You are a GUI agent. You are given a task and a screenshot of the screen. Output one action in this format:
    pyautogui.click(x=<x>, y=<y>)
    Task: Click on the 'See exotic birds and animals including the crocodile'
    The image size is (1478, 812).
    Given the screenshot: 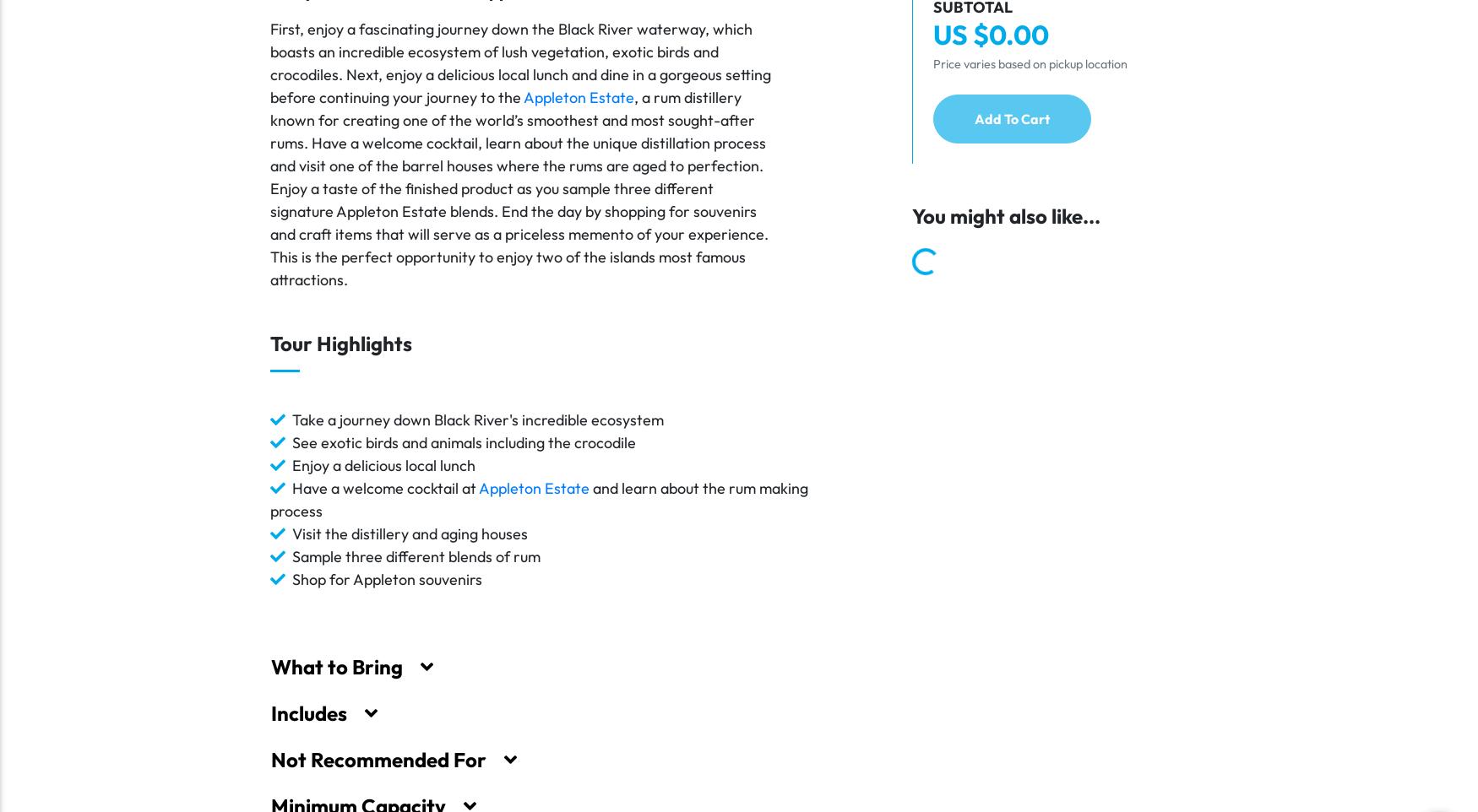 What is the action you would take?
    pyautogui.click(x=463, y=441)
    